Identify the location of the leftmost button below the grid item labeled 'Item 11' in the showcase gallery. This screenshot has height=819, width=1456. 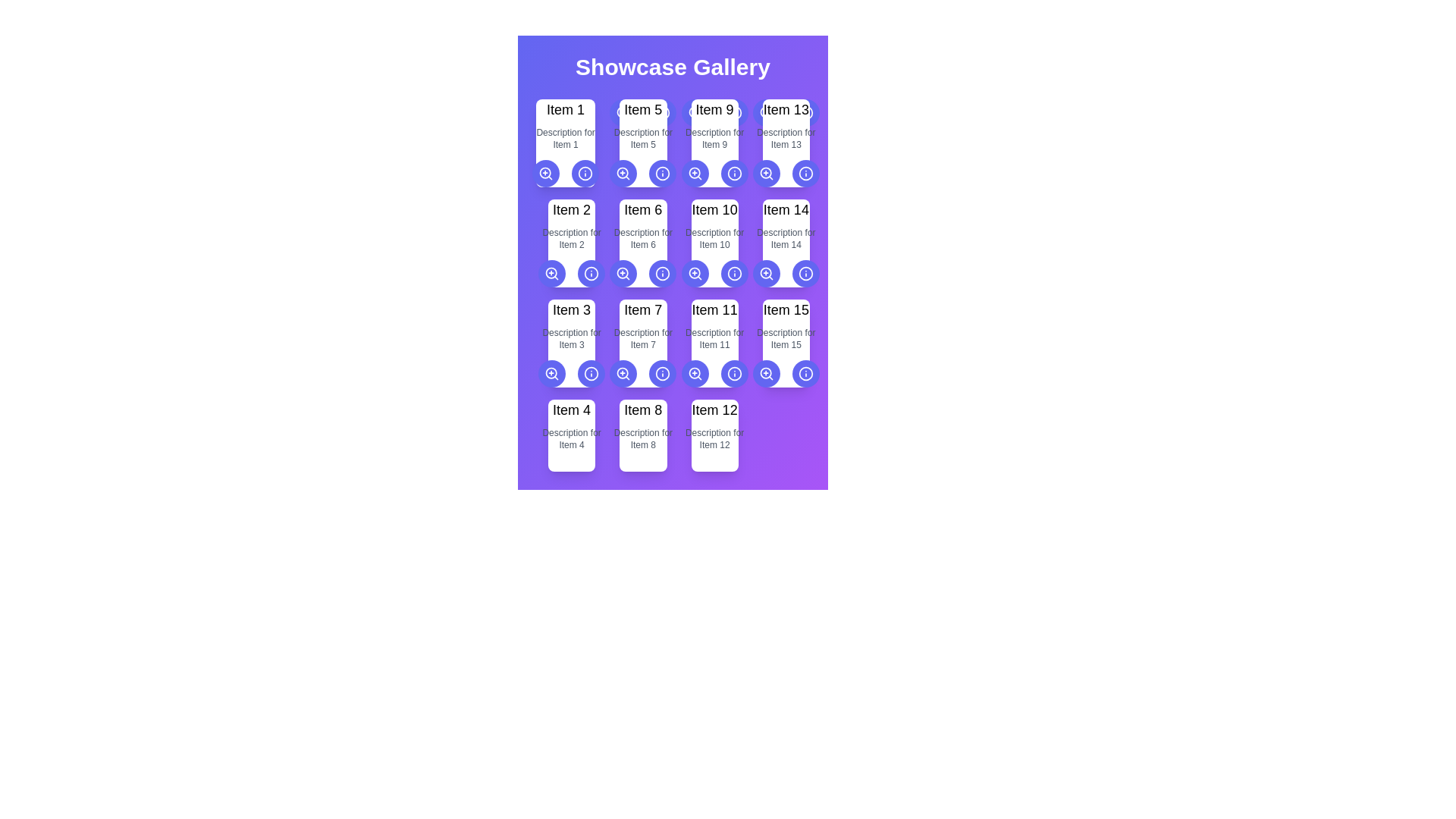
(694, 374).